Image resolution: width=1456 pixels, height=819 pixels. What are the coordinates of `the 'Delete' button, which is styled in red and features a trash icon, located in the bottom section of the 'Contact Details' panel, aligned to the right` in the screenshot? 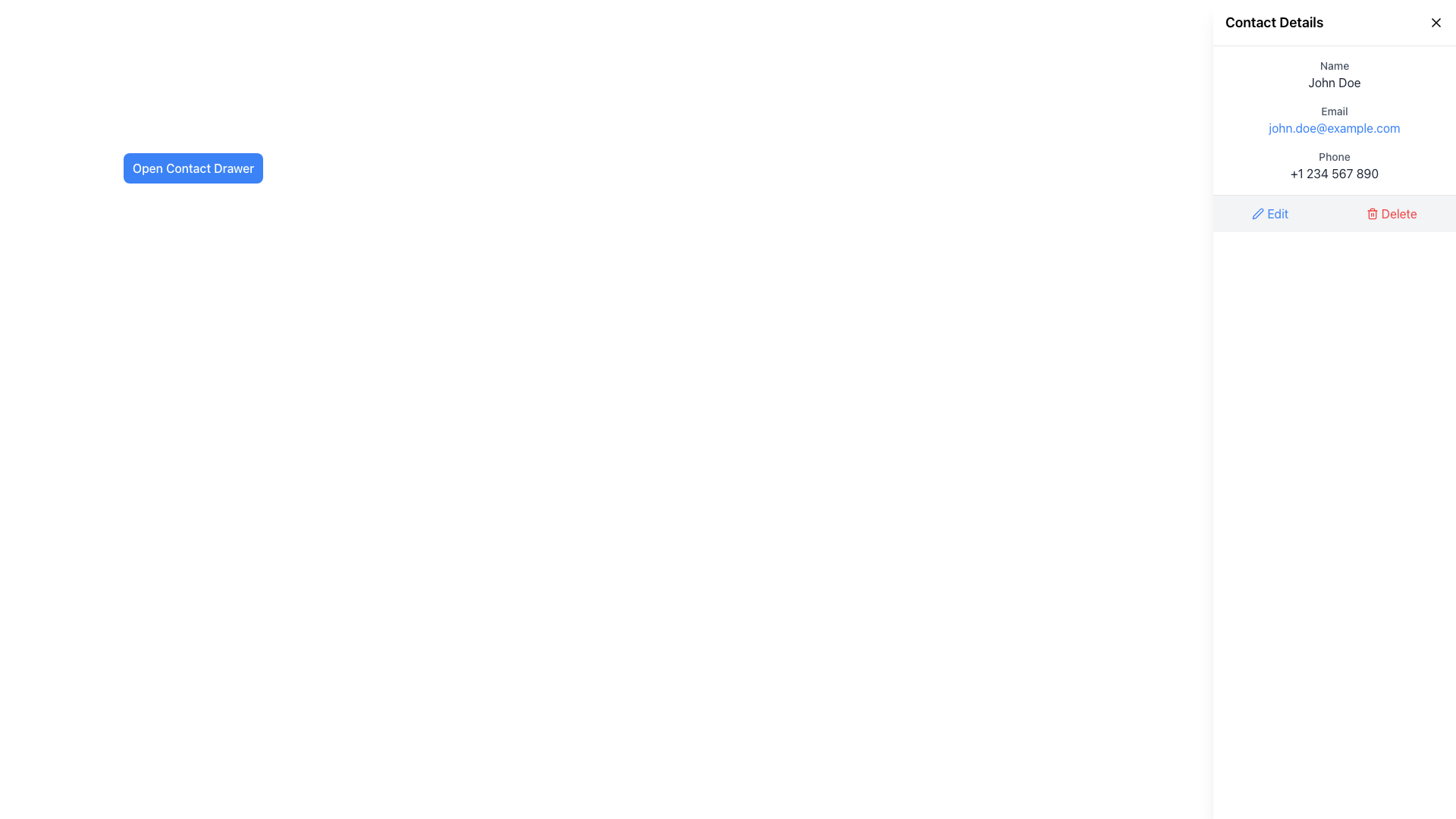 It's located at (1392, 213).